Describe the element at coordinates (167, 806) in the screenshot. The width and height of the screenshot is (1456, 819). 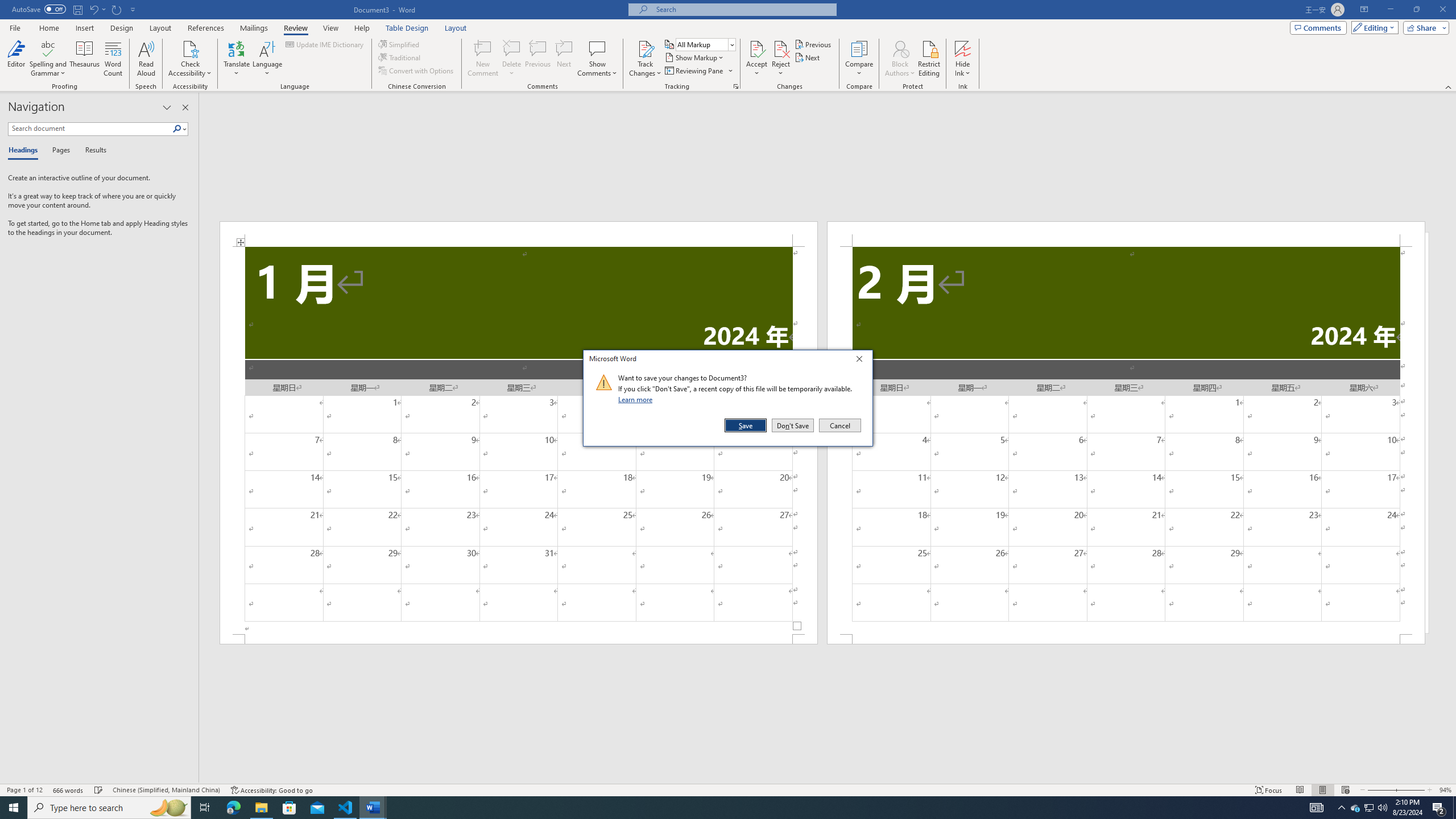
I see `'Search highlights icon opens search home window'` at that location.